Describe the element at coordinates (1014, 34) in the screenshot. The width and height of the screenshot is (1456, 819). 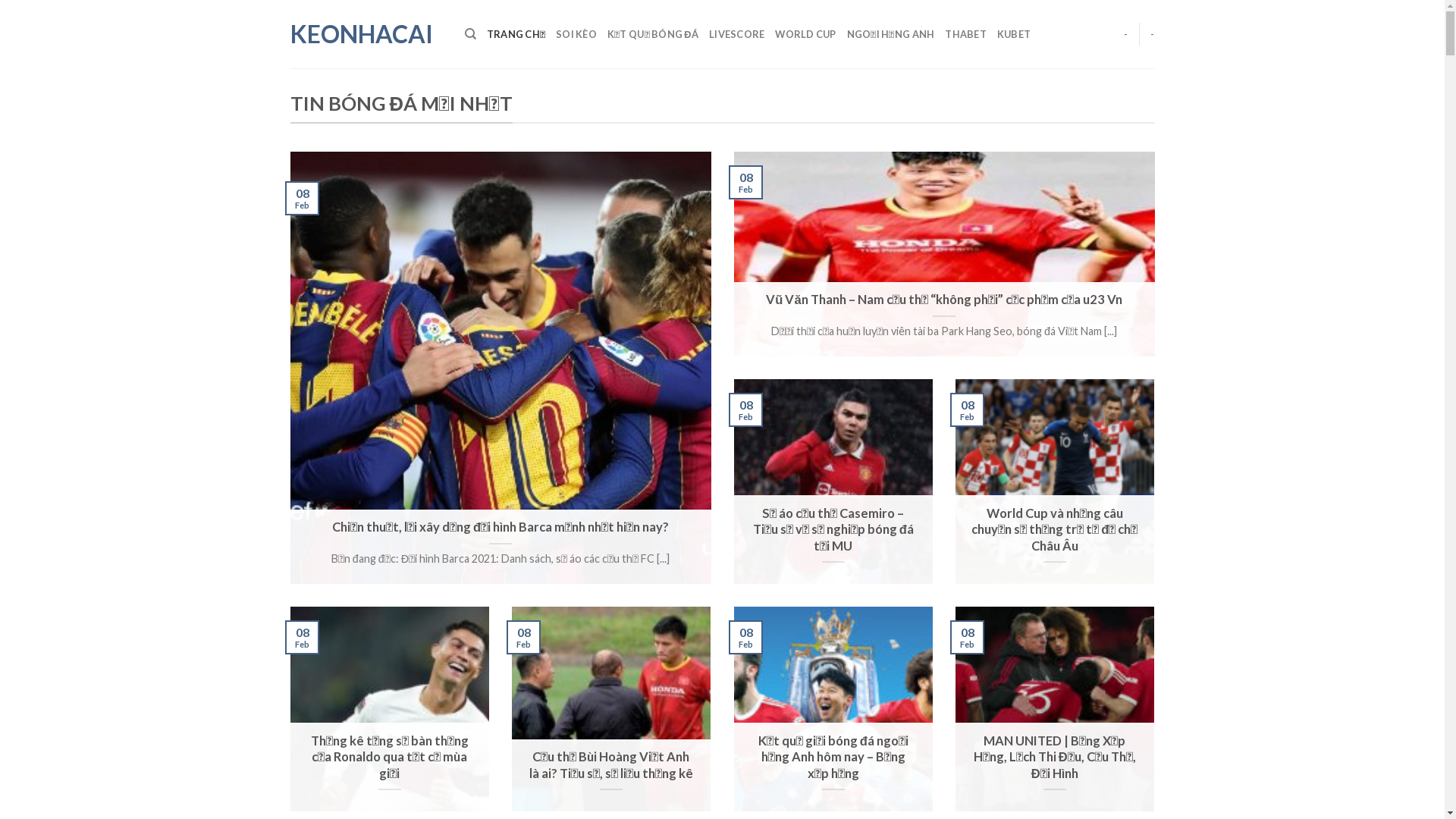
I see `'KUBET'` at that location.